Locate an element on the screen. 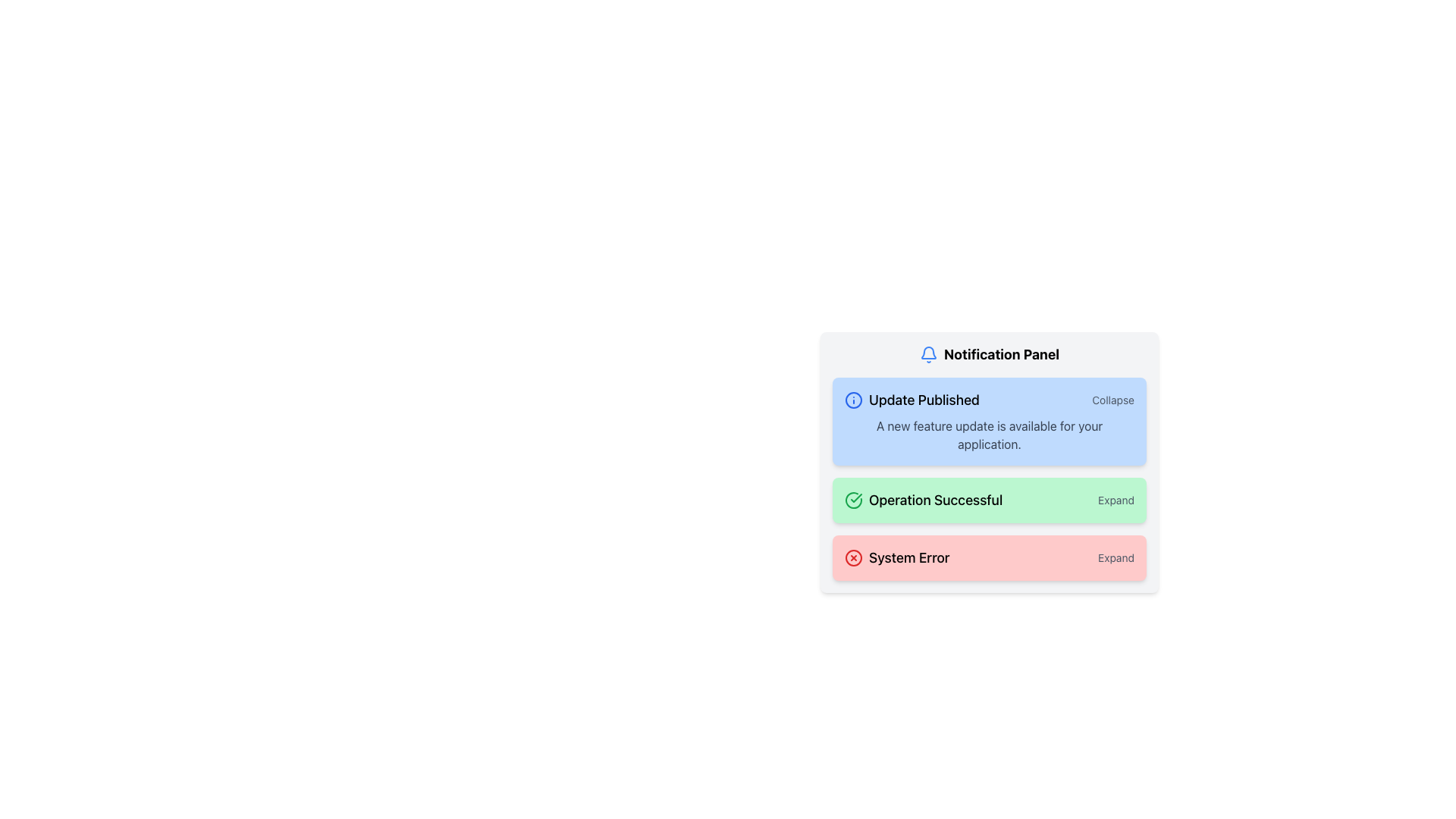 The width and height of the screenshot is (1456, 819). the button located at the far-right corner of the green notification box labeled 'Operation Successful' is located at coordinates (1116, 500).